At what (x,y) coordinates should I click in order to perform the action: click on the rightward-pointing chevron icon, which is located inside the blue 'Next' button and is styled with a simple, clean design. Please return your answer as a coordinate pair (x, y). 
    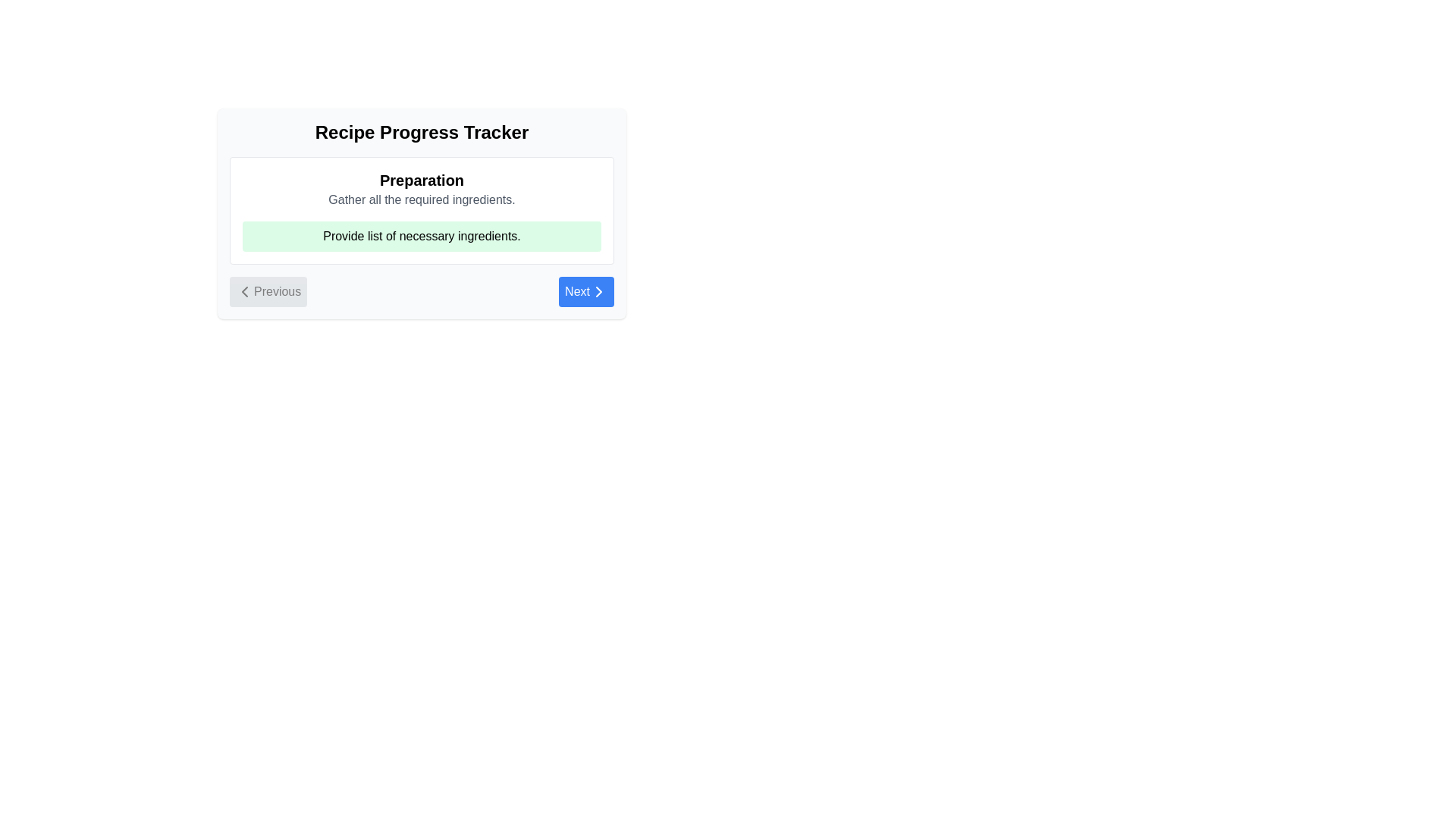
    Looking at the image, I should click on (598, 292).